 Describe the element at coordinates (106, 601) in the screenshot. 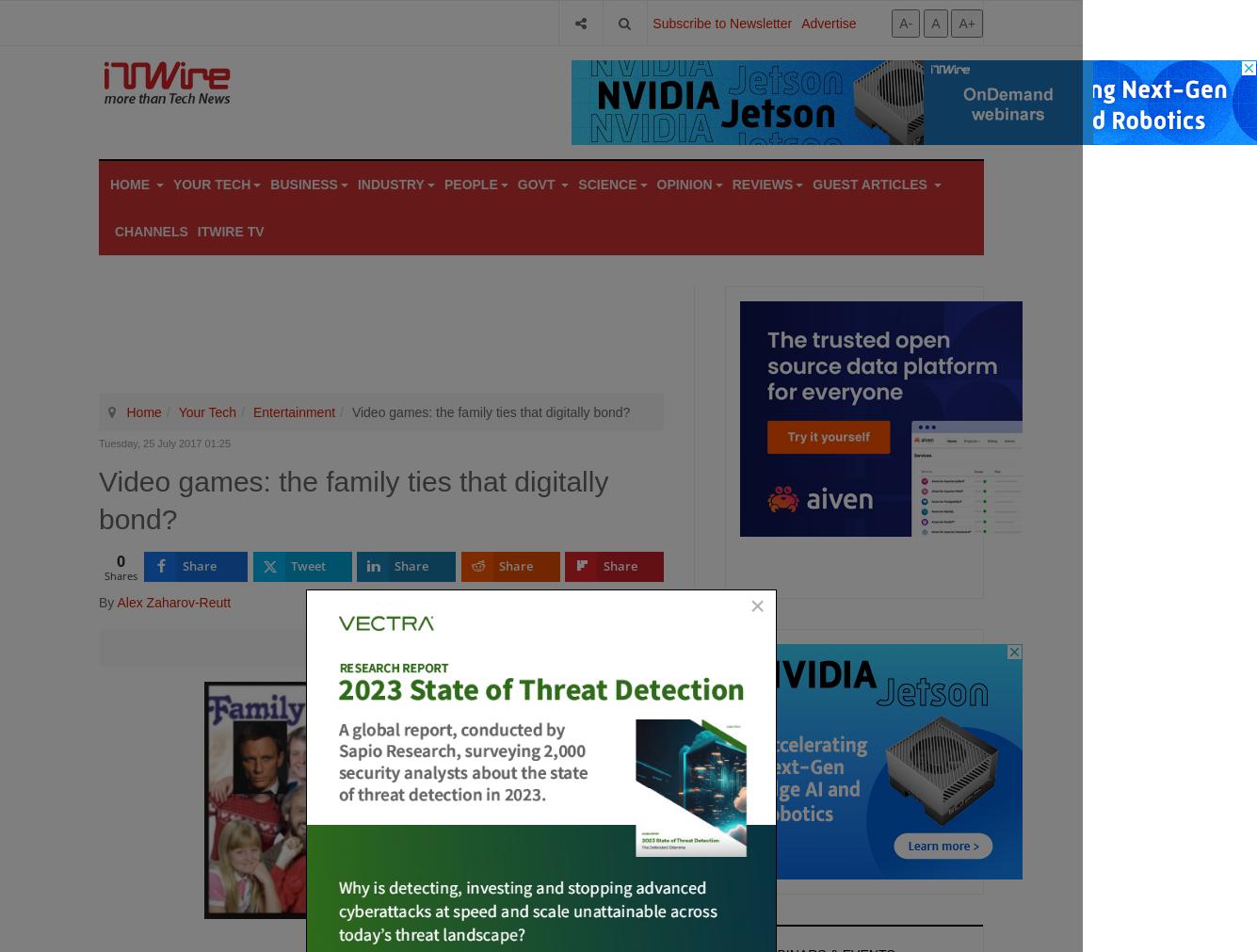

I see `'By'` at that location.